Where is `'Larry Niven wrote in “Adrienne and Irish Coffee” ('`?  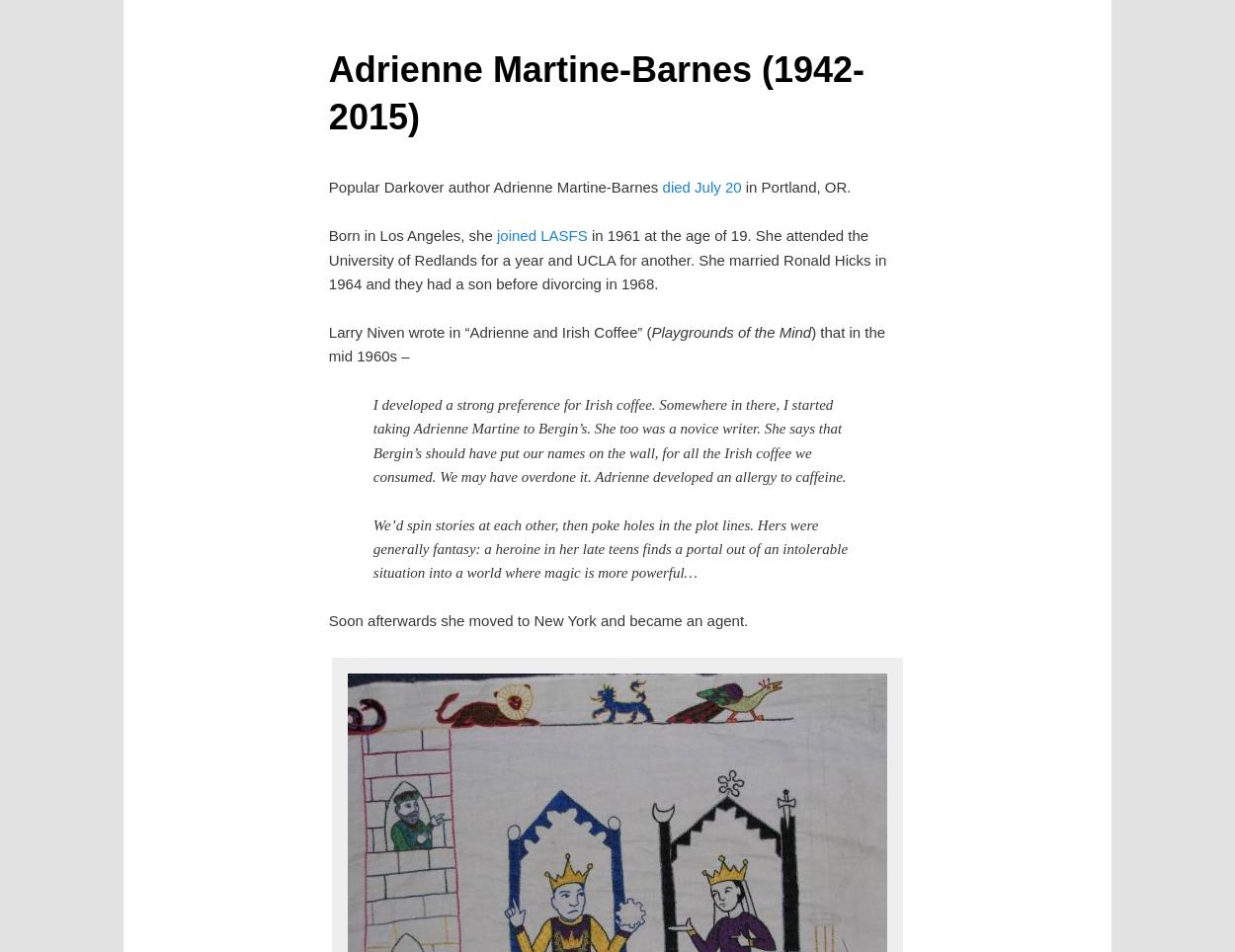
'Larry Niven wrote in “Adrienne and Irish Coffee” (' is located at coordinates (488, 330).